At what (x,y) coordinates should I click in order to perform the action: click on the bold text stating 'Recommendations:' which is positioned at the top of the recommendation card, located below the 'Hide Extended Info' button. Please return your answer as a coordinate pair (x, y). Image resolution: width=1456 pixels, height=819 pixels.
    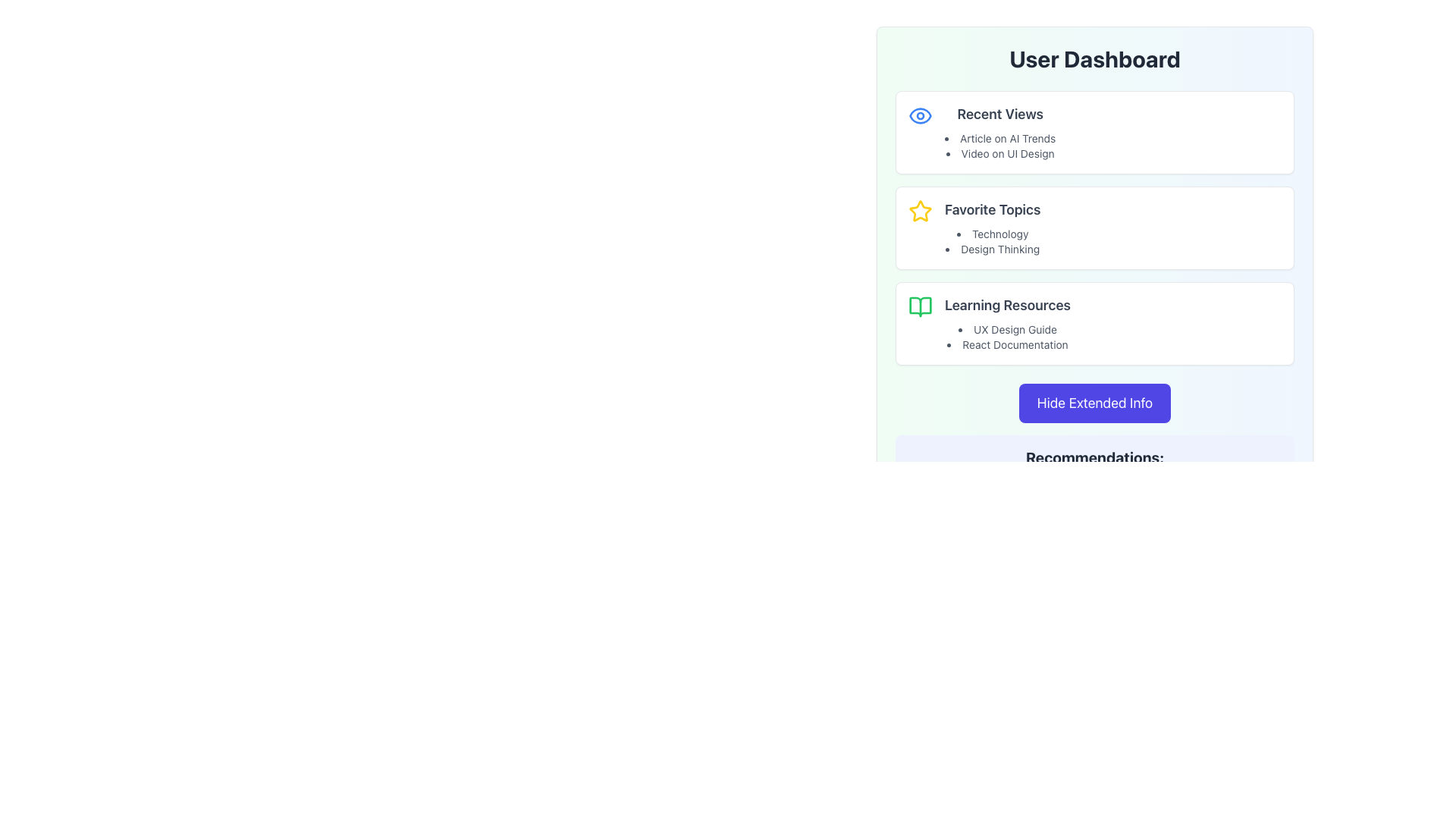
    Looking at the image, I should click on (1095, 457).